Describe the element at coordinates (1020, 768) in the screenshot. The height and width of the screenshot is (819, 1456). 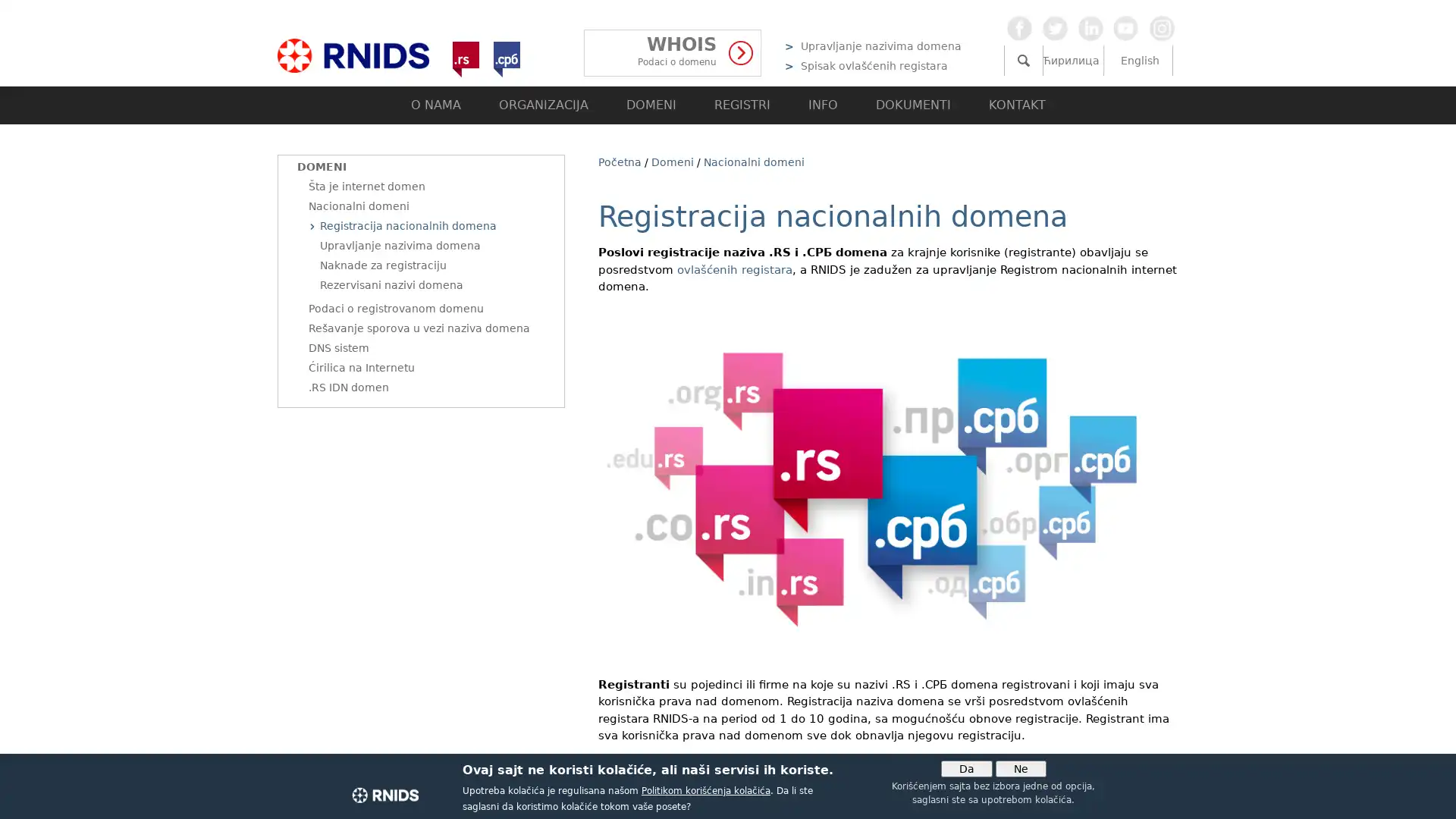
I see `Ne` at that location.